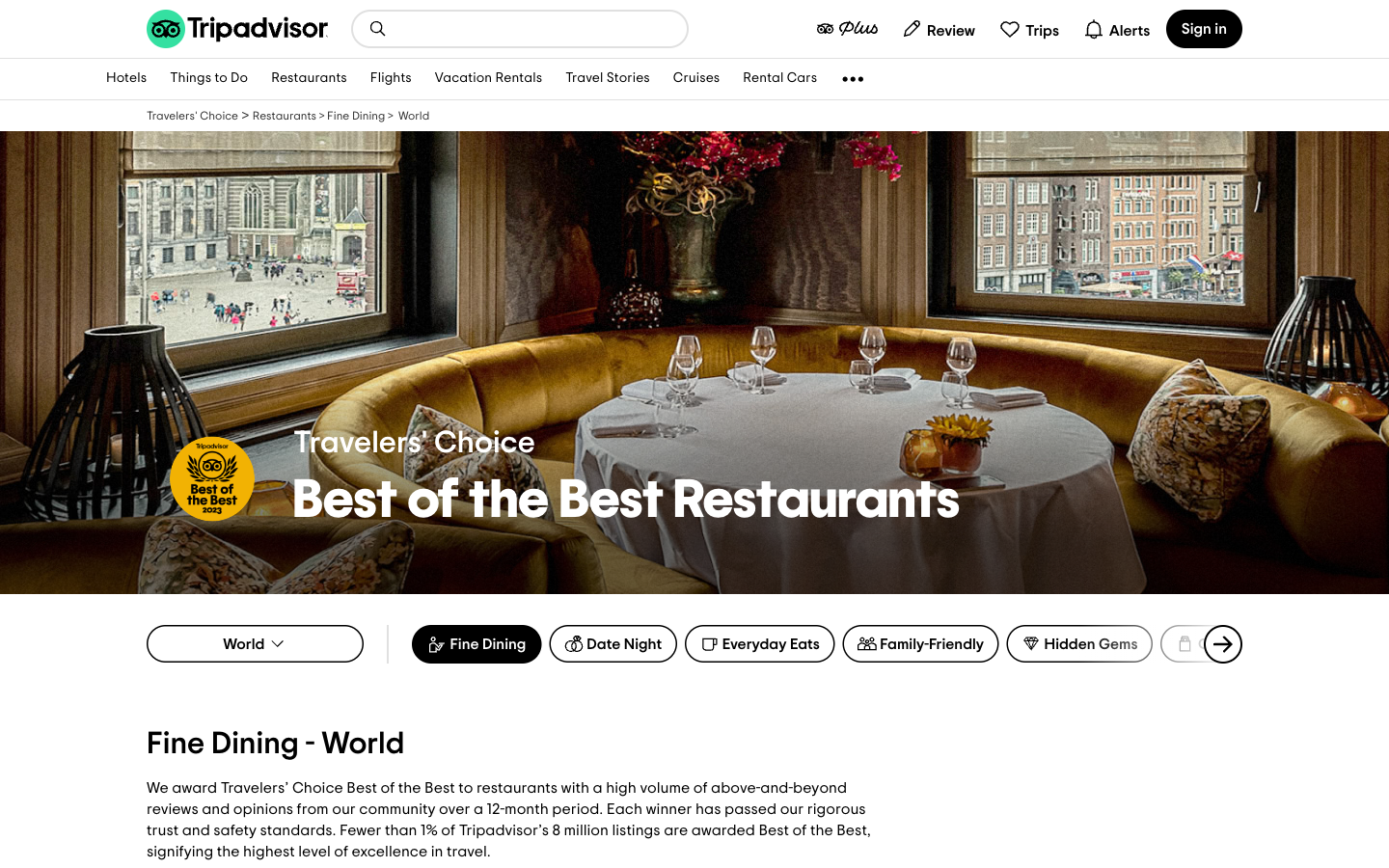  Describe the element at coordinates (845, 27) in the screenshot. I see `plus members webpage` at that location.